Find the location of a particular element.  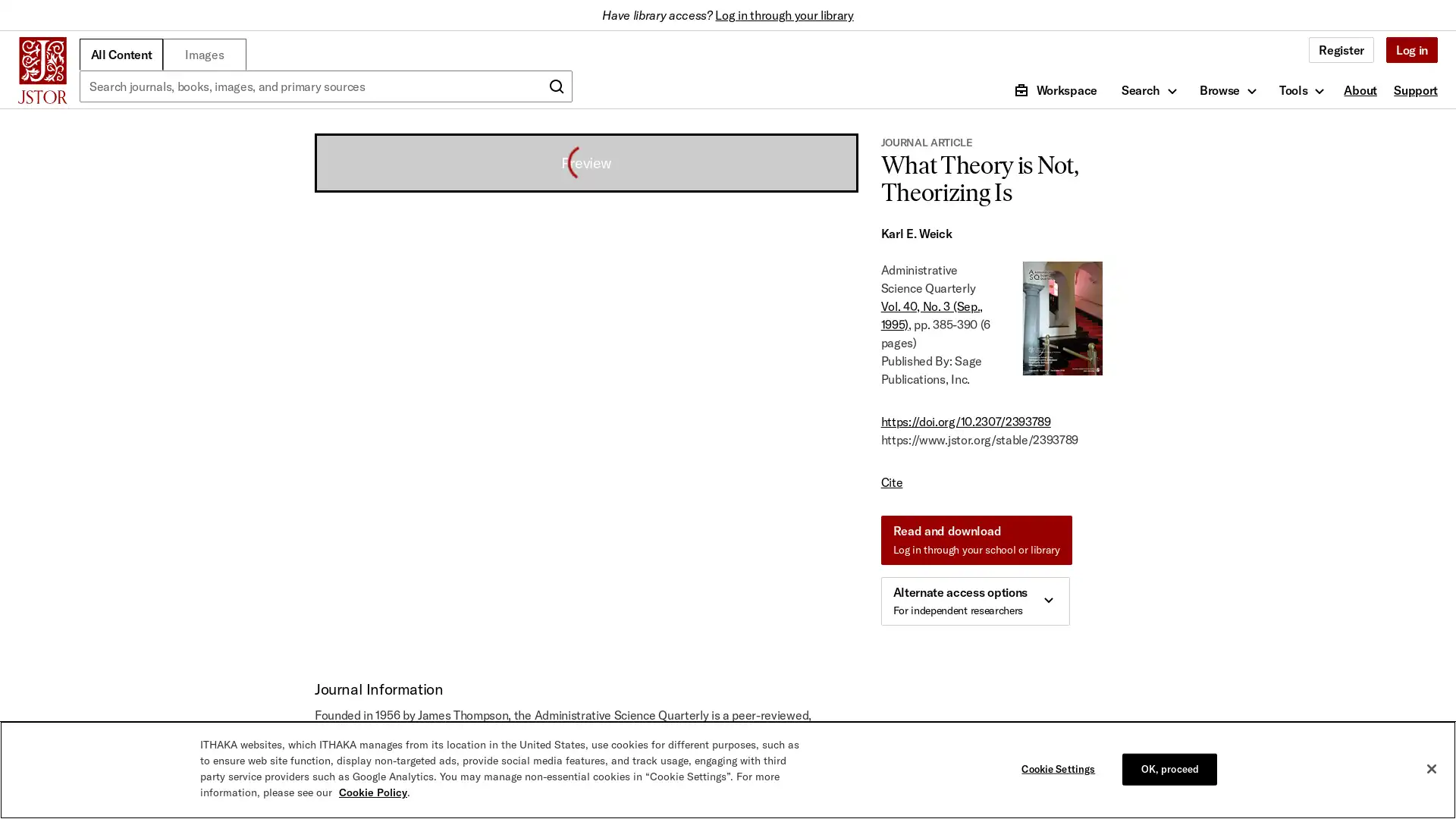

Log in is located at coordinates (1410, 49).